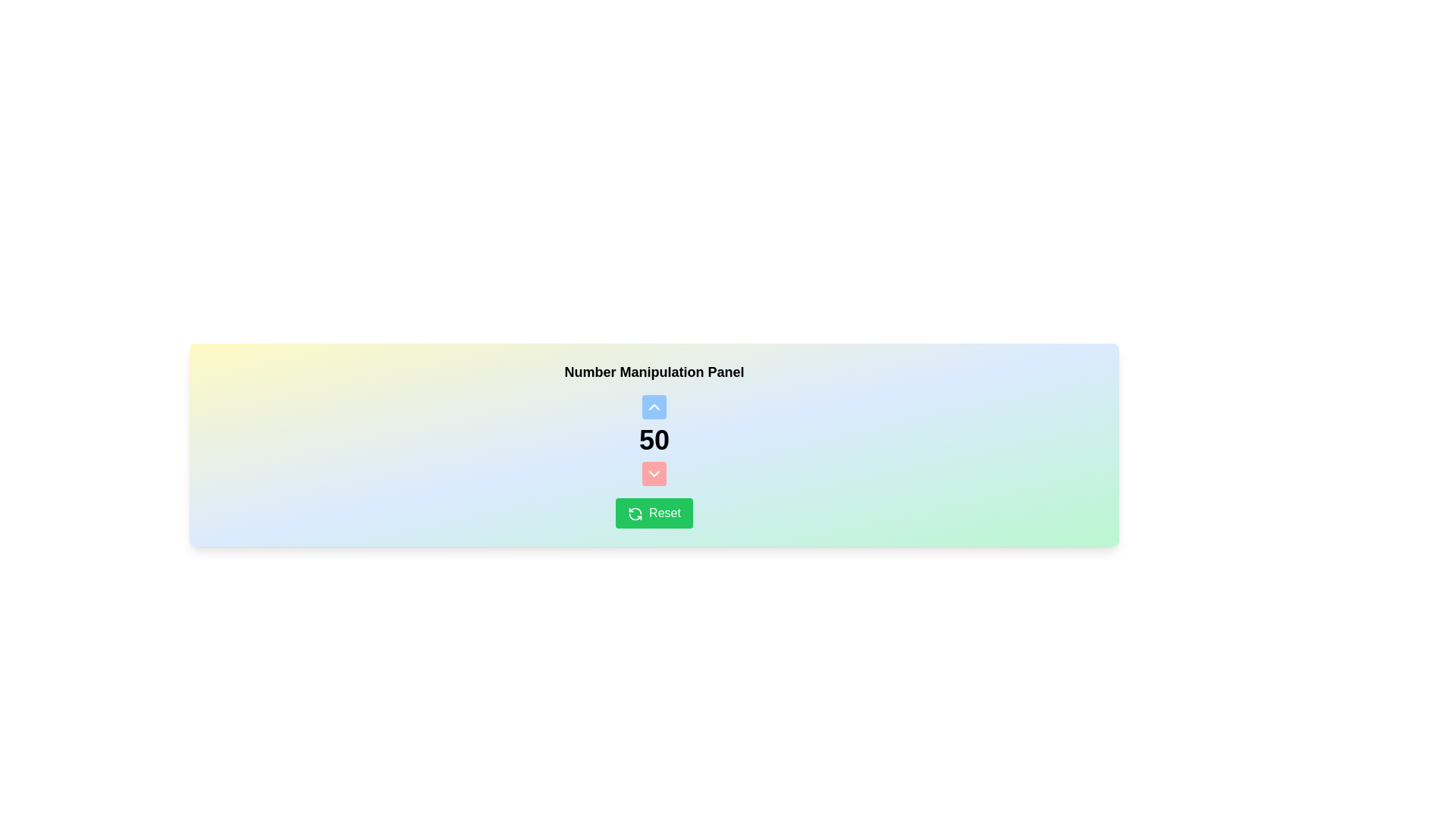 This screenshot has height=819, width=1456. What do you see at coordinates (635, 516) in the screenshot?
I see `the third subcomponent of the circular arrow icon, which is part of the refresh icon located centrally within the green 'Reset' button` at bounding box center [635, 516].